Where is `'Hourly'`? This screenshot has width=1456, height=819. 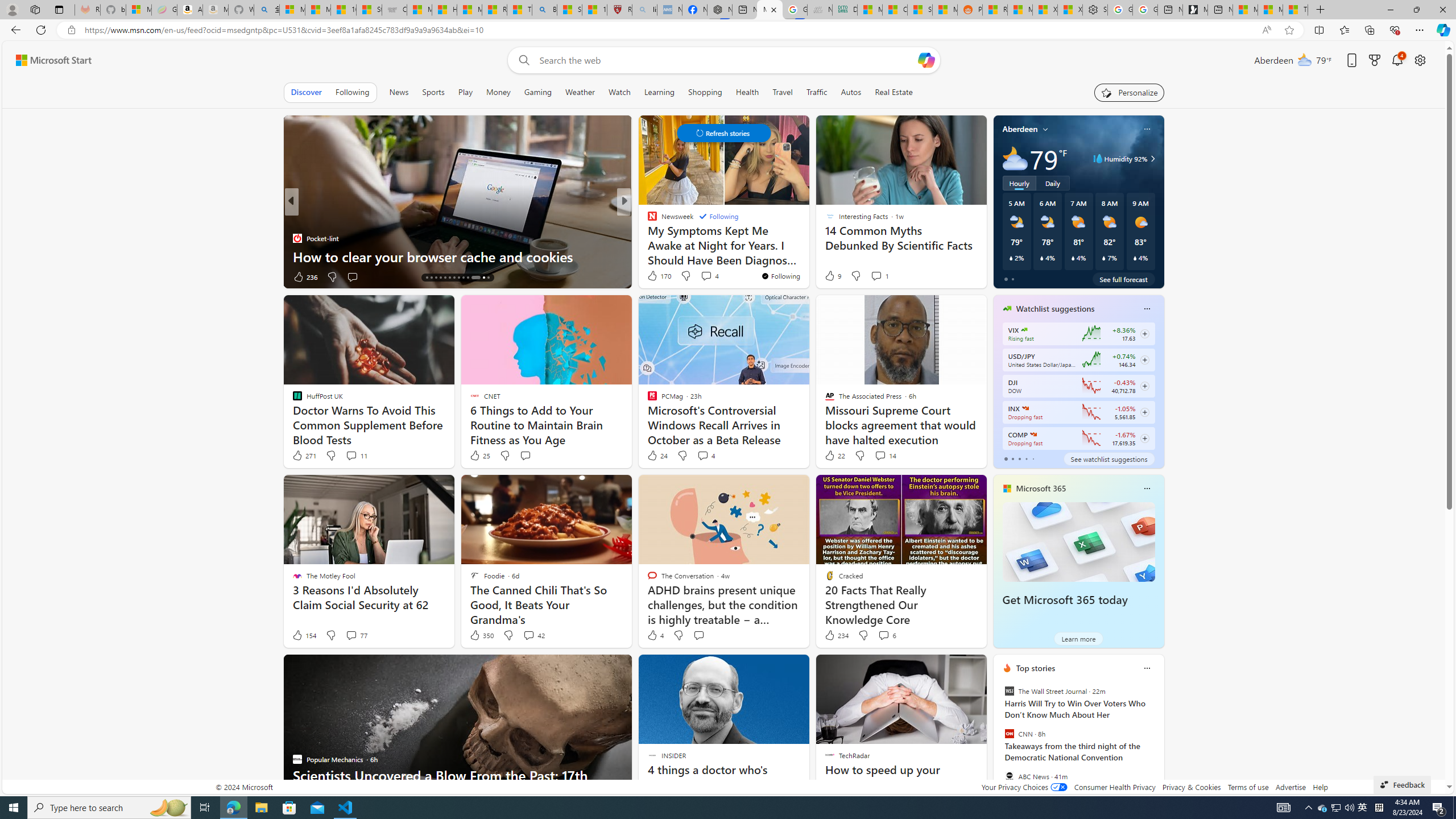
'Hourly' is located at coordinates (1019, 183).